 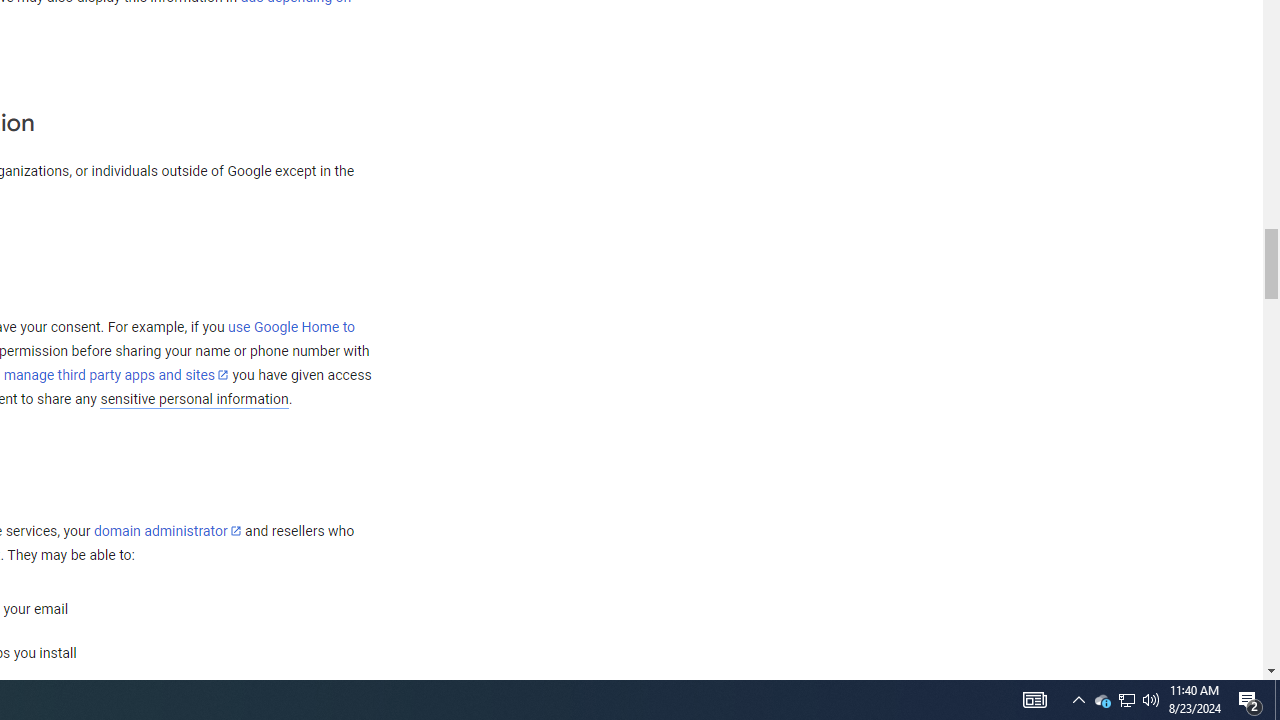 I want to click on 'domain administrator', so click(x=167, y=530).